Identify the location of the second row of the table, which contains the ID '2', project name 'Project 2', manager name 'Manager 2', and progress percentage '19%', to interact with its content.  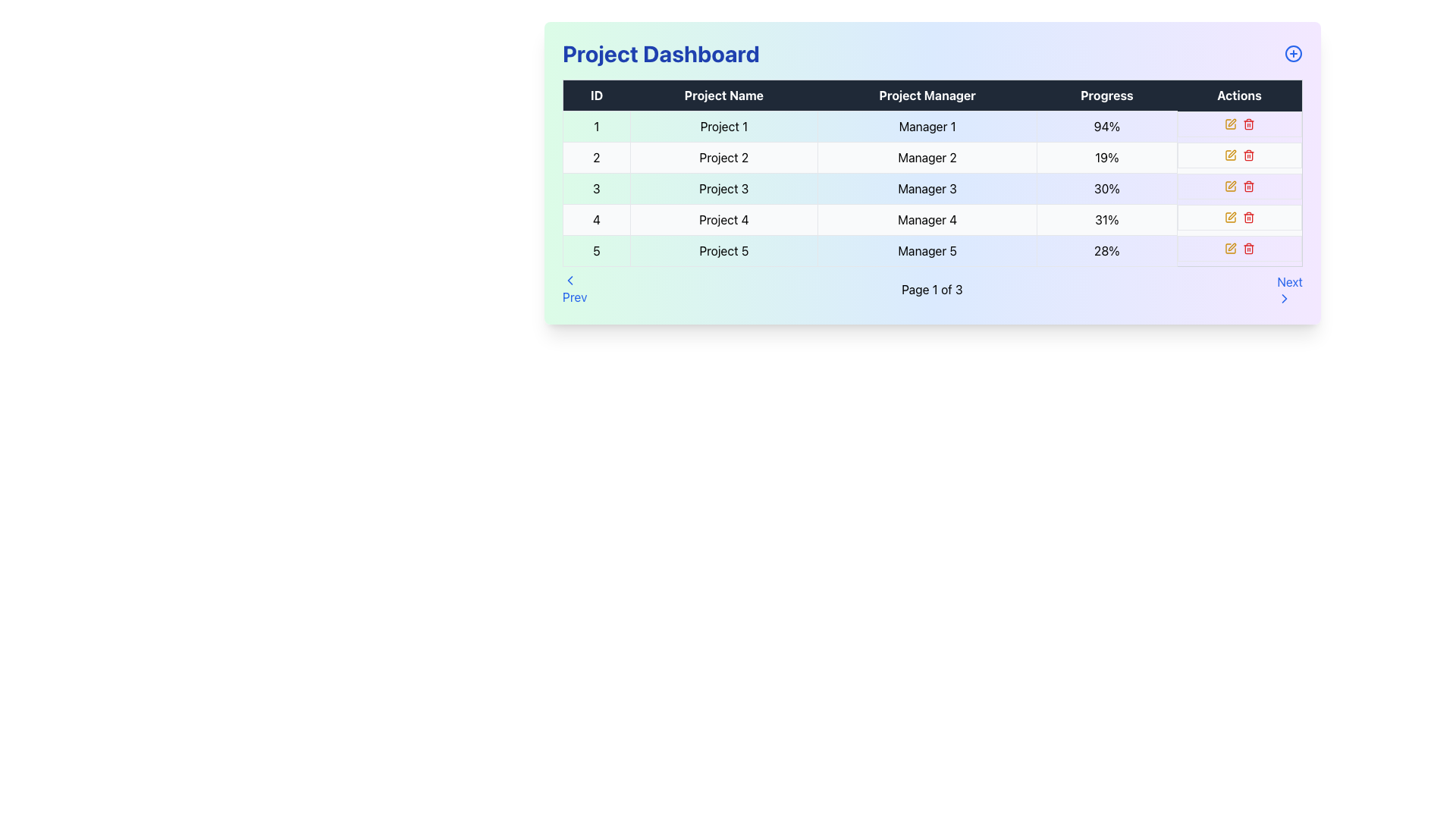
(931, 158).